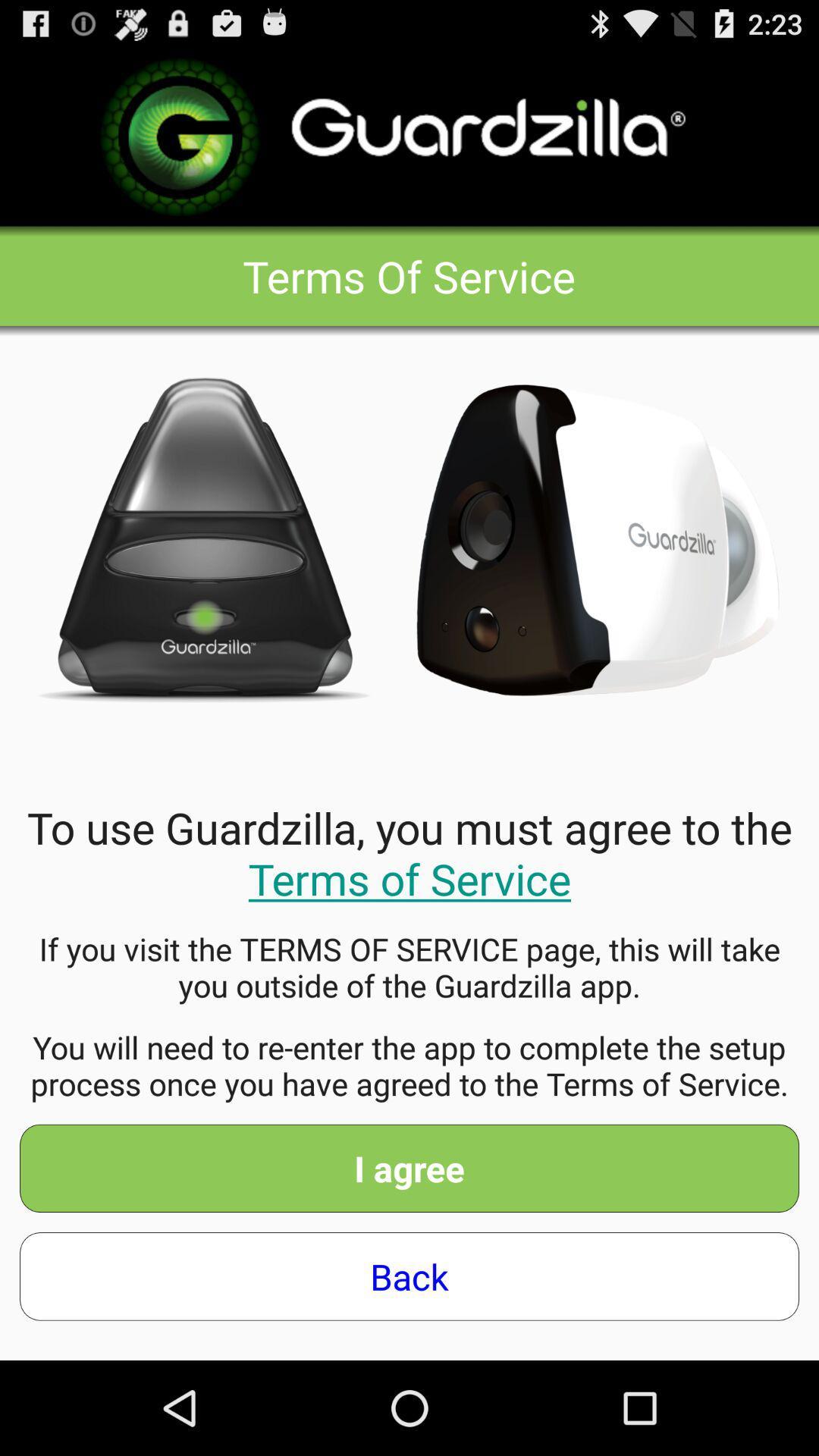 The height and width of the screenshot is (1456, 819). Describe the element at coordinates (409, 1167) in the screenshot. I see `the icon below you will need item` at that location.